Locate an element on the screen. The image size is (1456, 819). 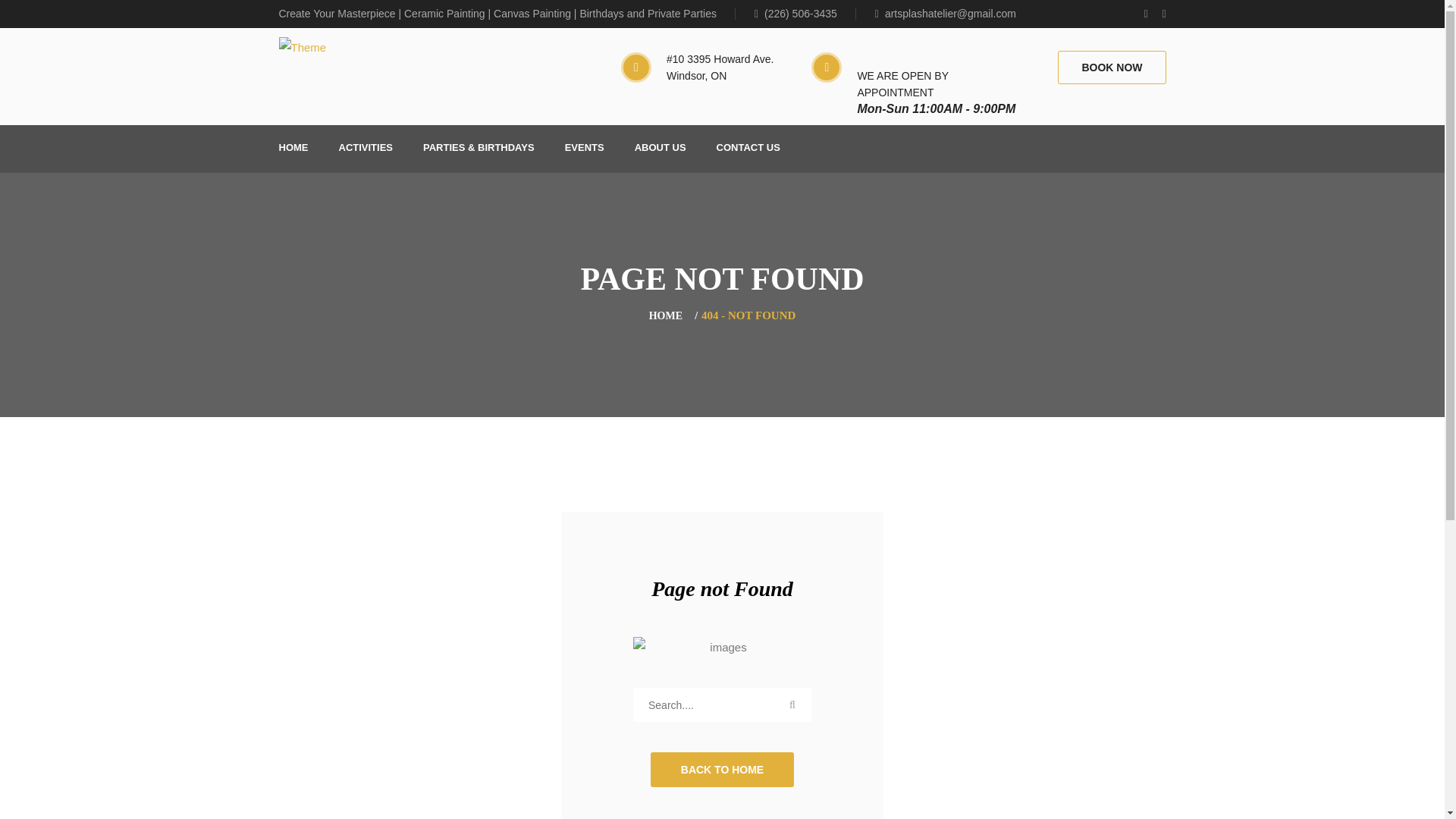
'Theme' is located at coordinates (303, 46).